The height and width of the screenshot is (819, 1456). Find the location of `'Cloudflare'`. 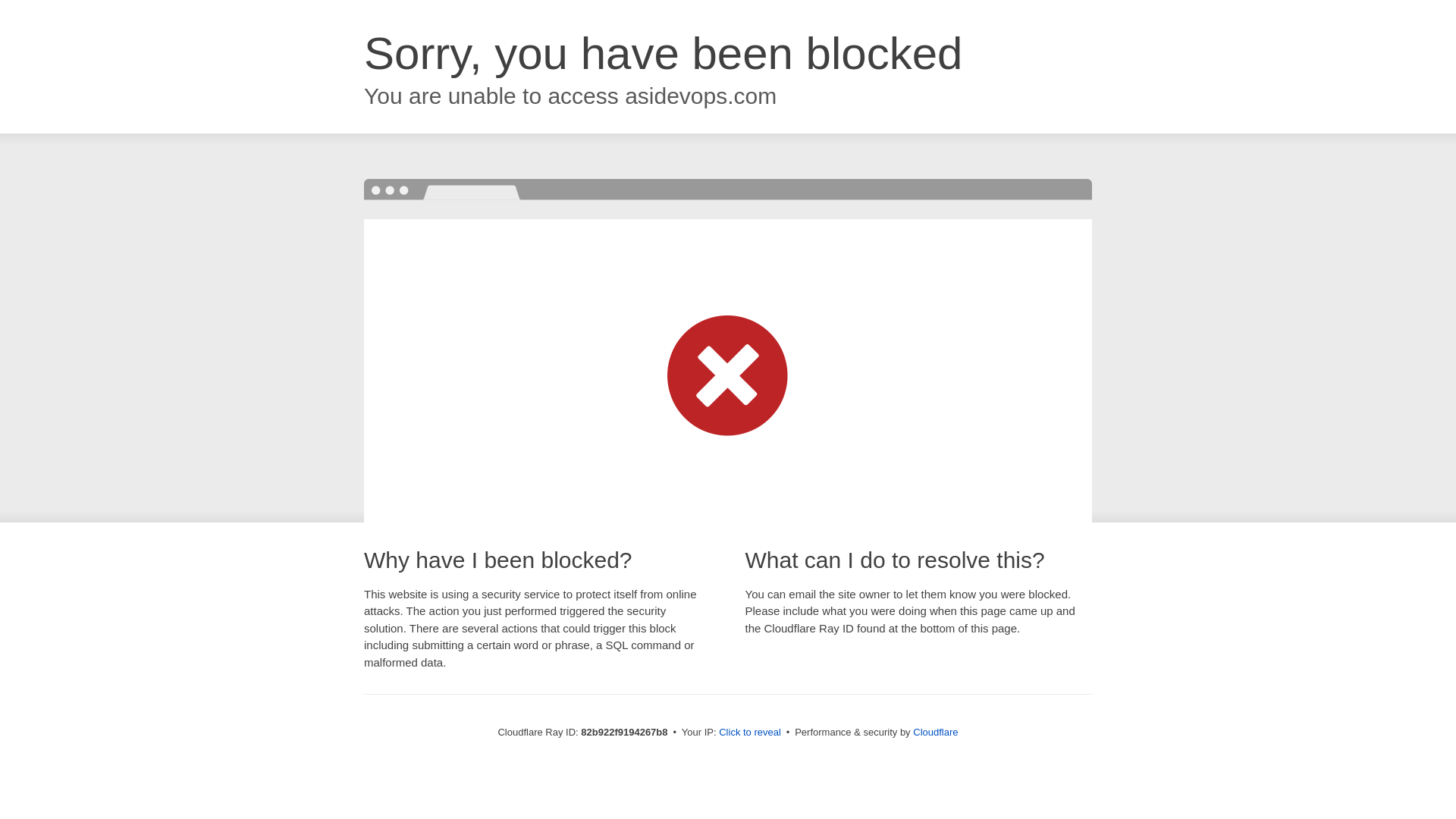

'Cloudflare' is located at coordinates (912, 731).